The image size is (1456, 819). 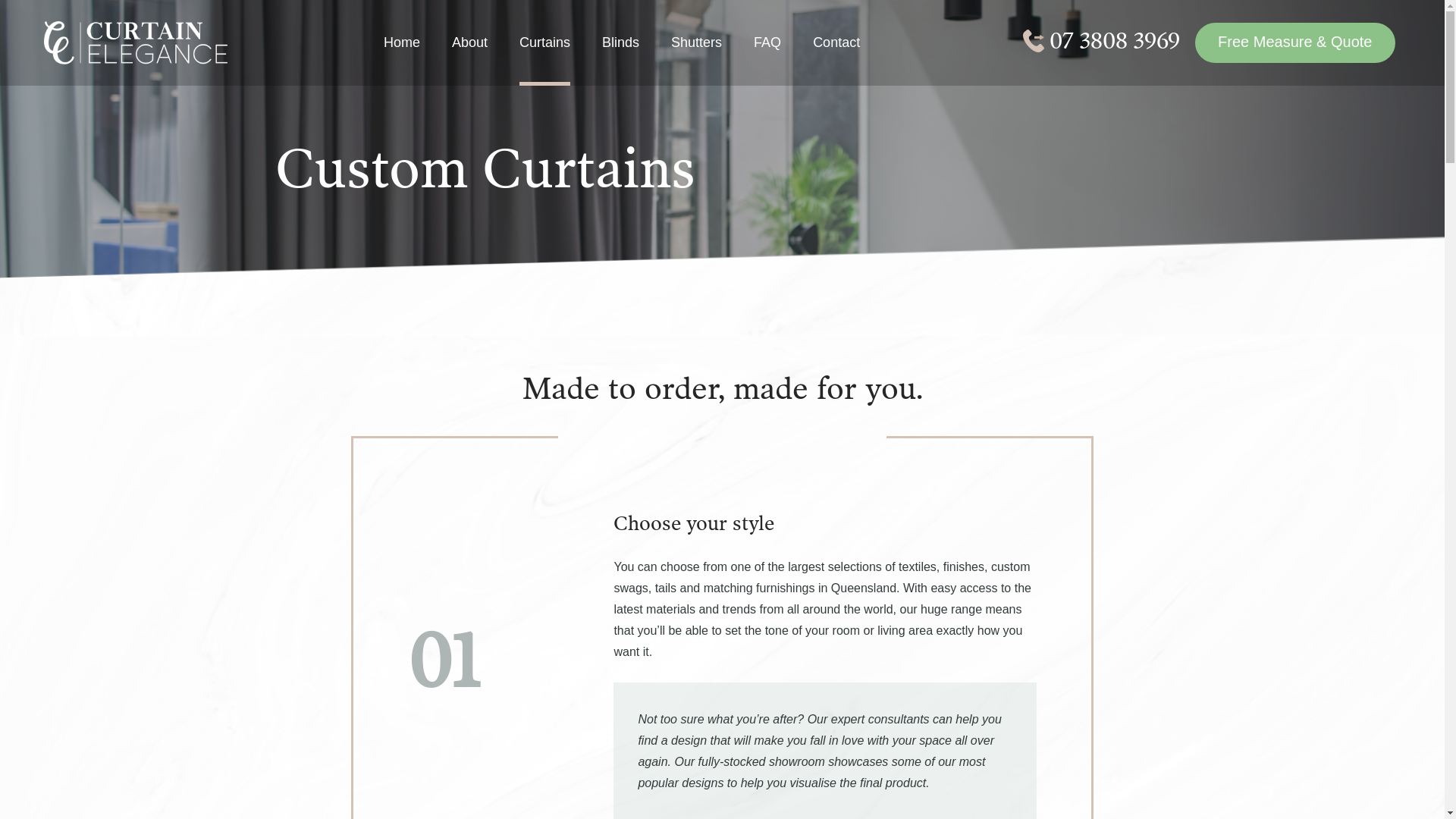 I want to click on 'Free Measure & Quote', so click(x=1294, y=42).